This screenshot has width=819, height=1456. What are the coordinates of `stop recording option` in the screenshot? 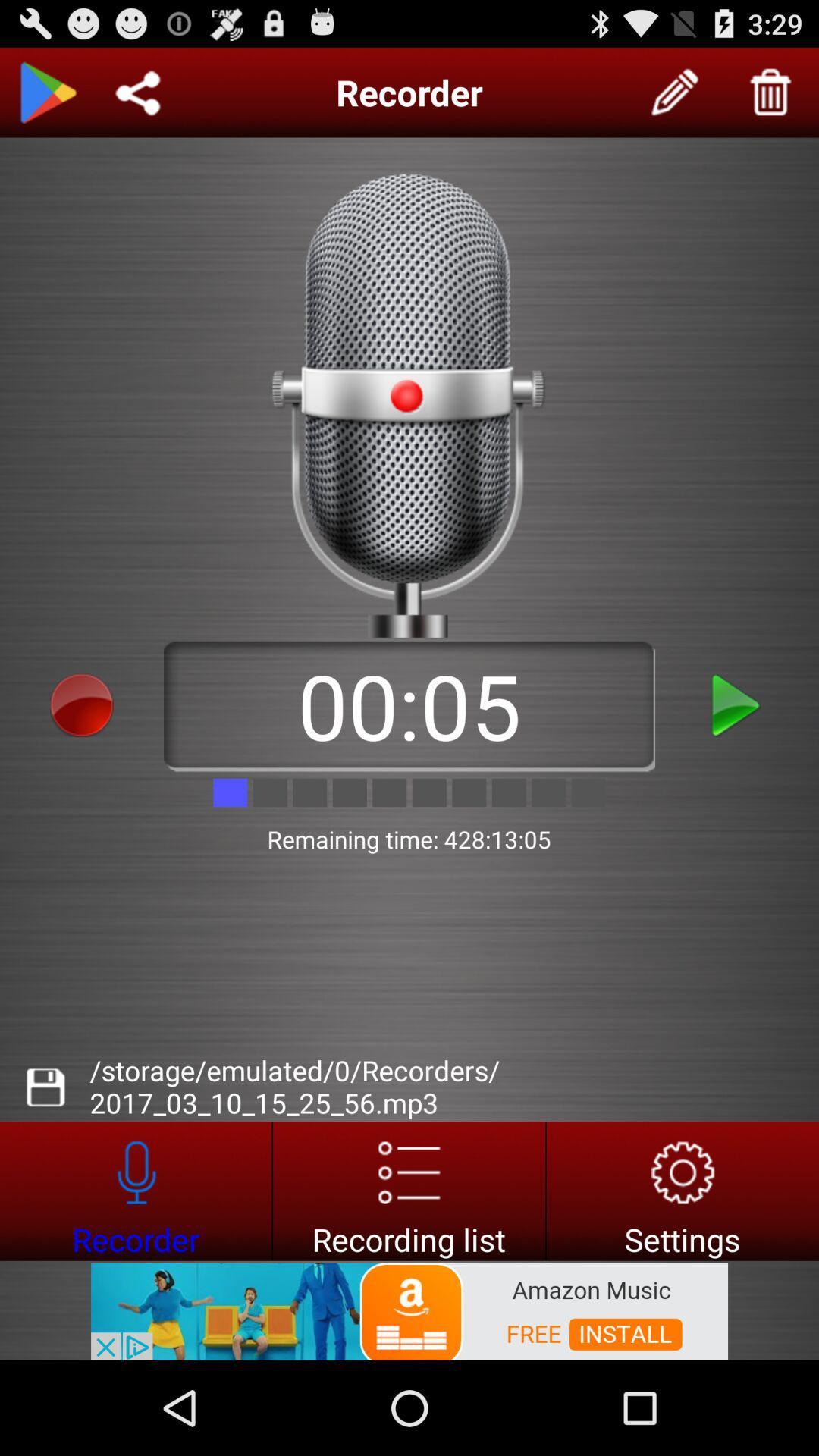 It's located at (82, 704).